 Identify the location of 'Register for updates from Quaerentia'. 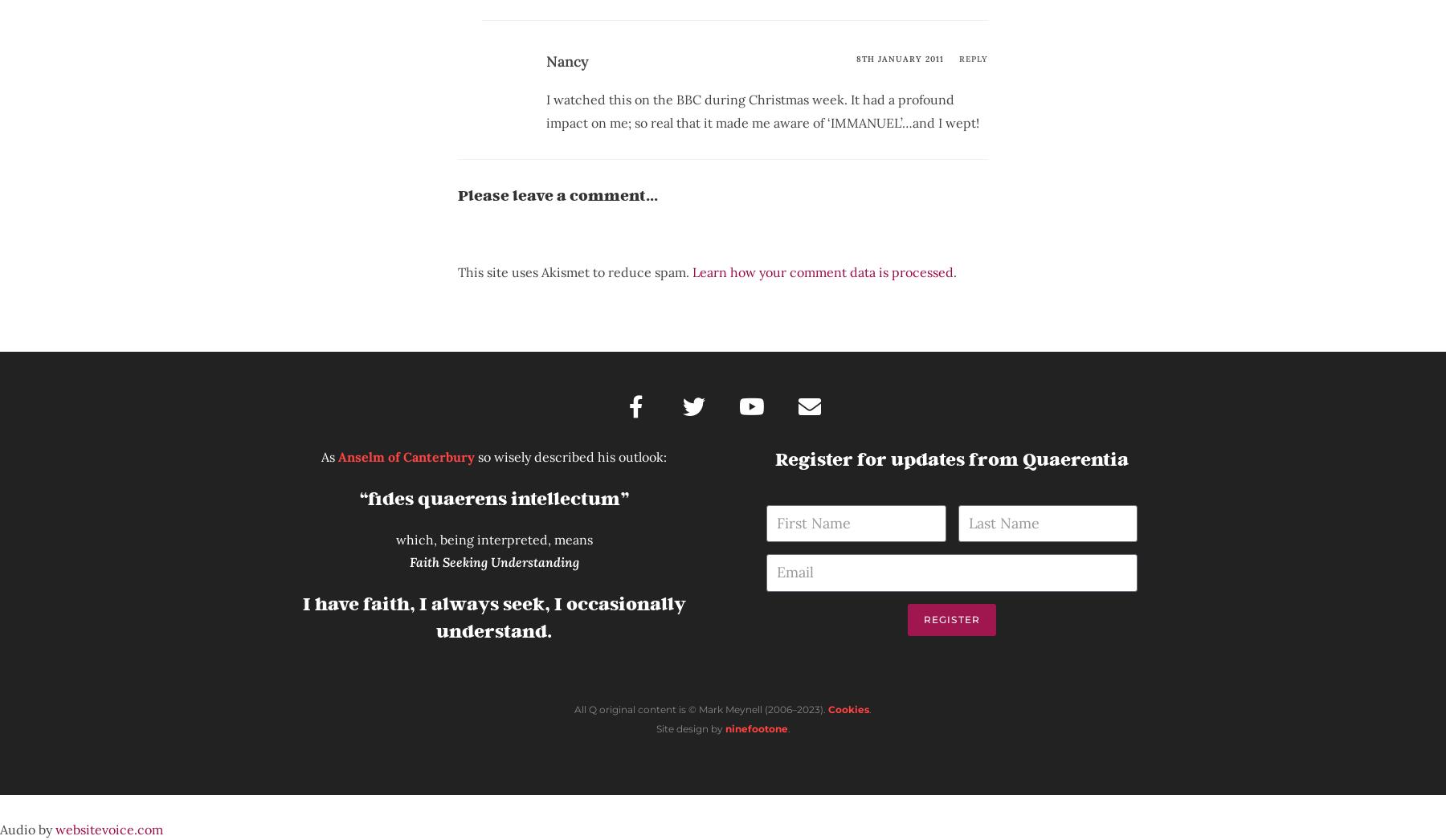
(774, 458).